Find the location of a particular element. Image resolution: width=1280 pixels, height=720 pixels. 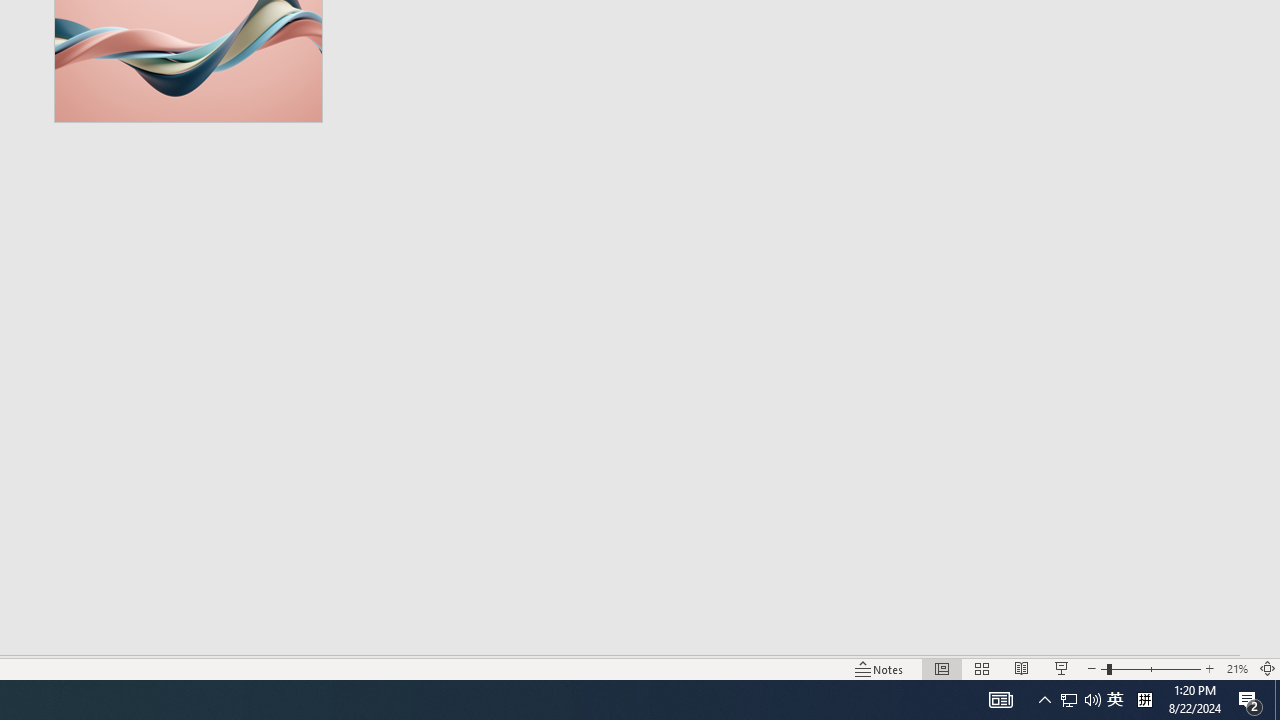

'Zoom 21%' is located at coordinates (1236, 669).